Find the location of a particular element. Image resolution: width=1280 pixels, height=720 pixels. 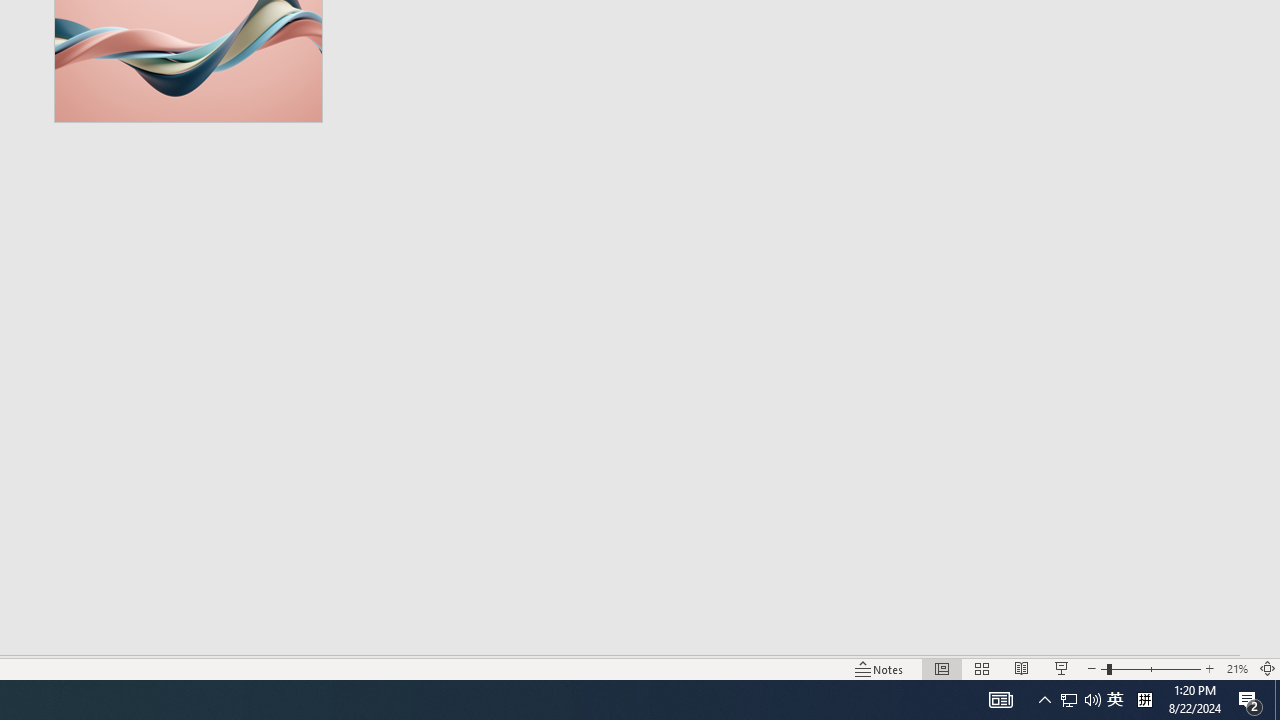

'Zoom 21%' is located at coordinates (1236, 669).